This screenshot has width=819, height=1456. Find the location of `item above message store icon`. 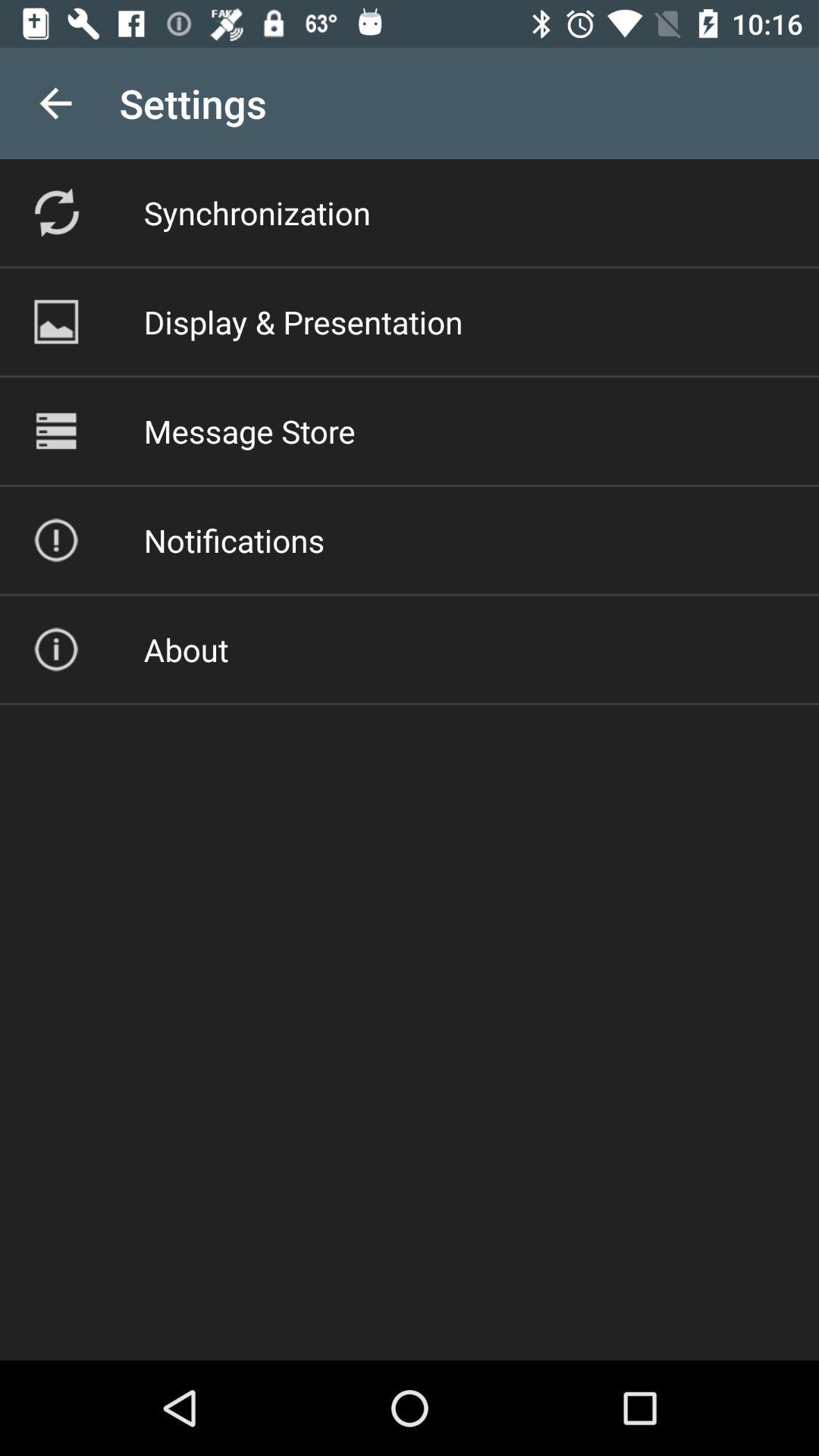

item above message store icon is located at coordinates (303, 321).